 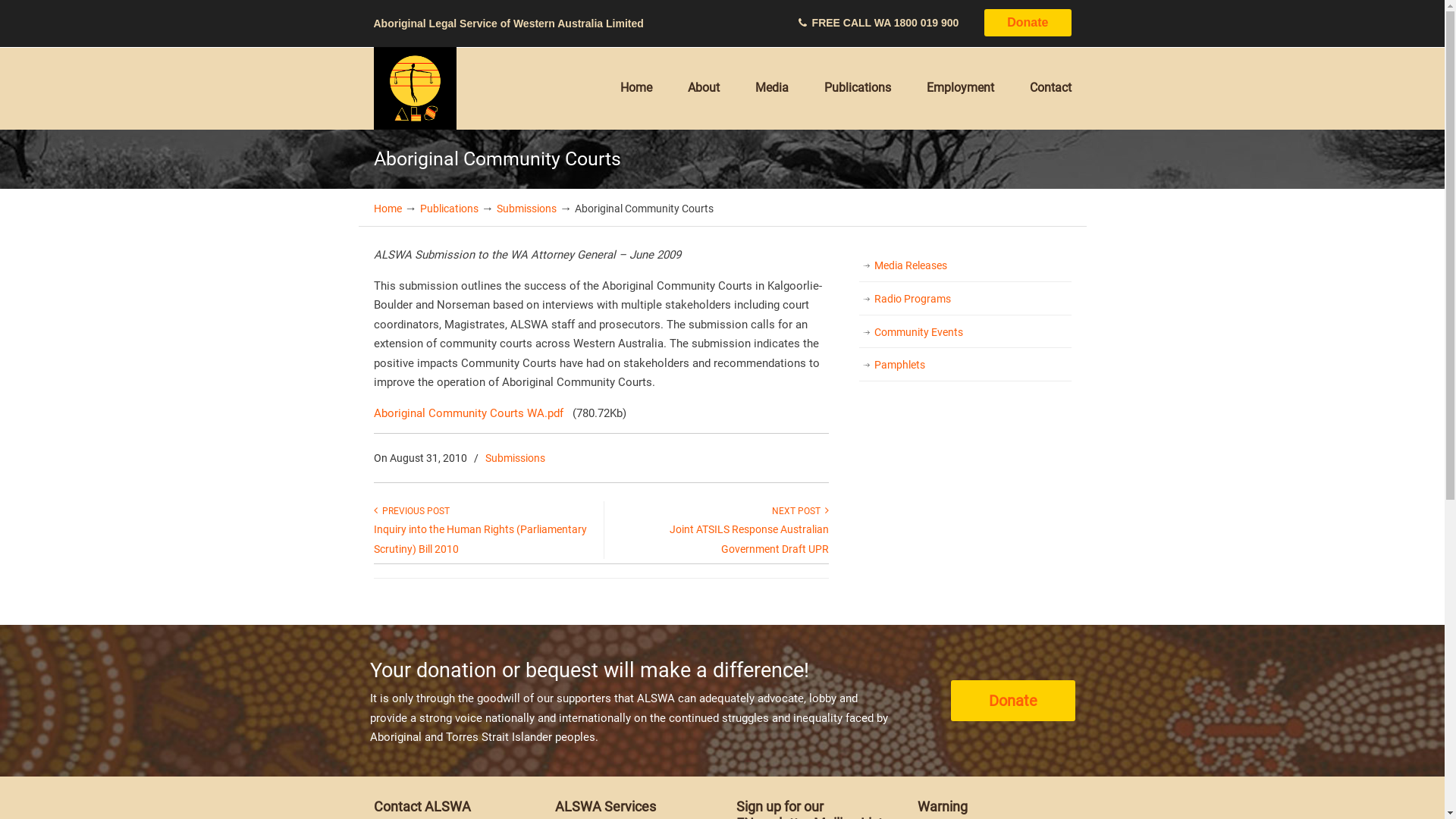 I want to click on 'Pamphlets', so click(x=964, y=366).